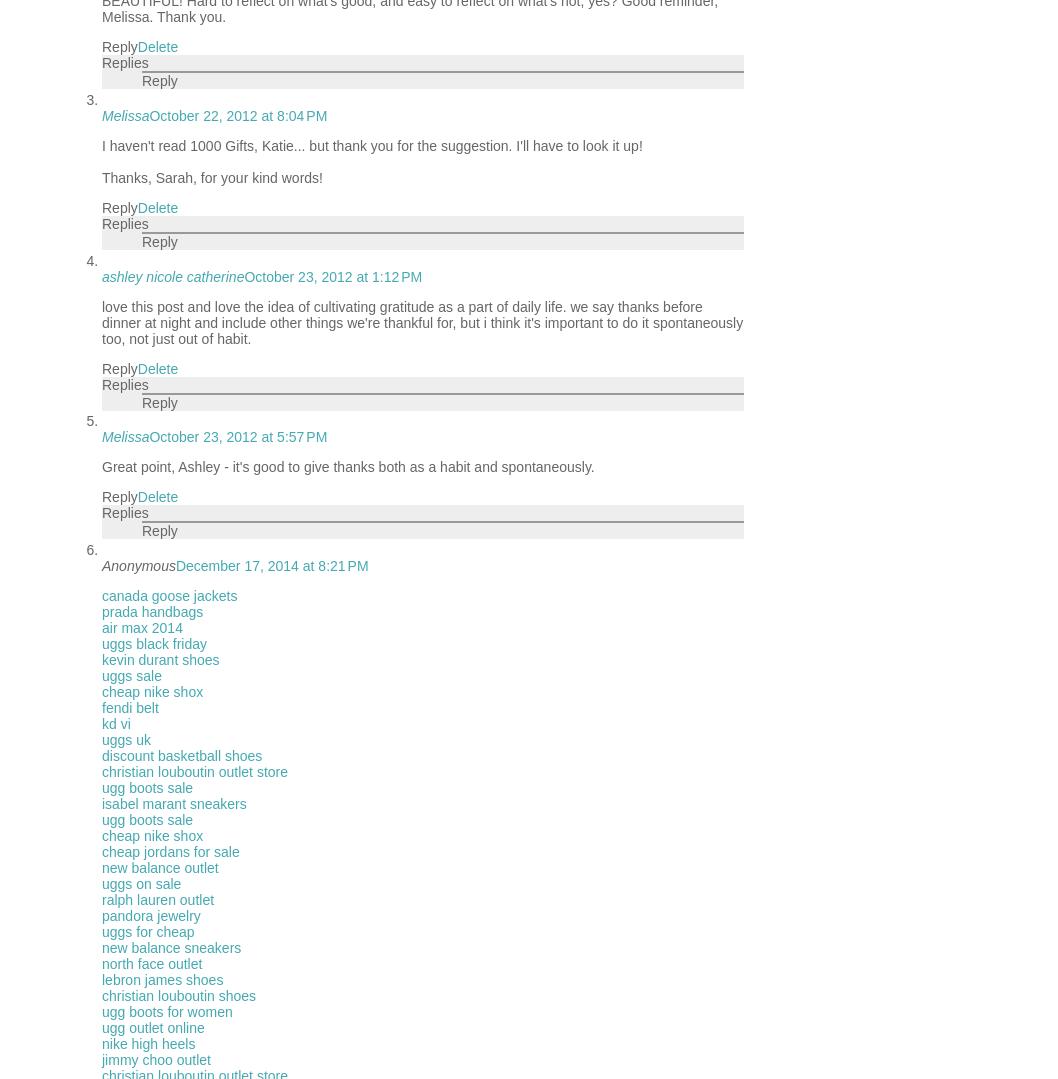 This screenshot has height=1079, width=1058. What do you see at coordinates (171, 276) in the screenshot?
I see `'ashley nicole catherine'` at bounding box center [171, 276].